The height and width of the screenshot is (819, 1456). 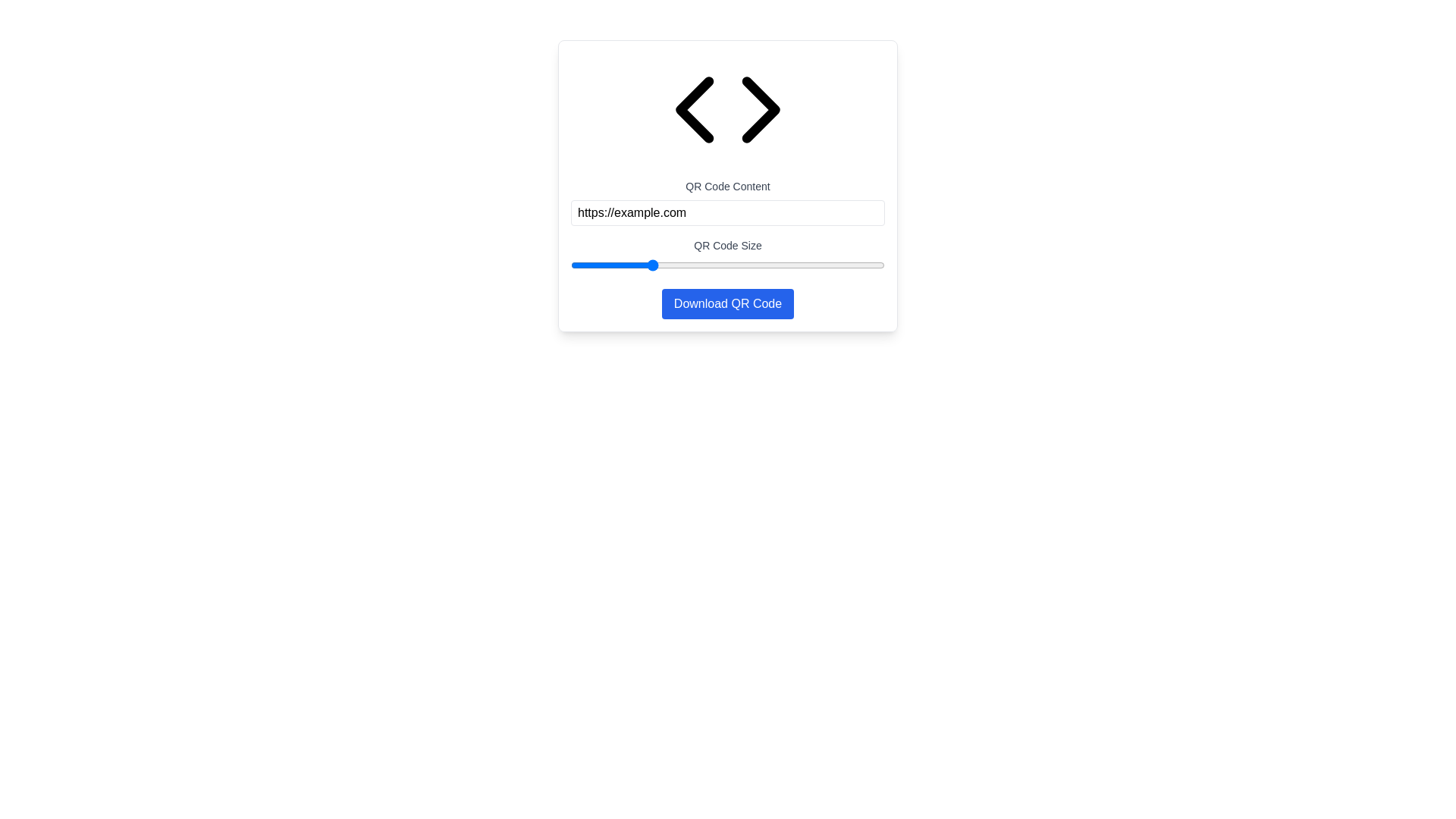 I want to click on the left-pointing caret arrow icon, which is part of a navigation pair located above the 'QR Code Content' text input field, so click(x=694, y=109).